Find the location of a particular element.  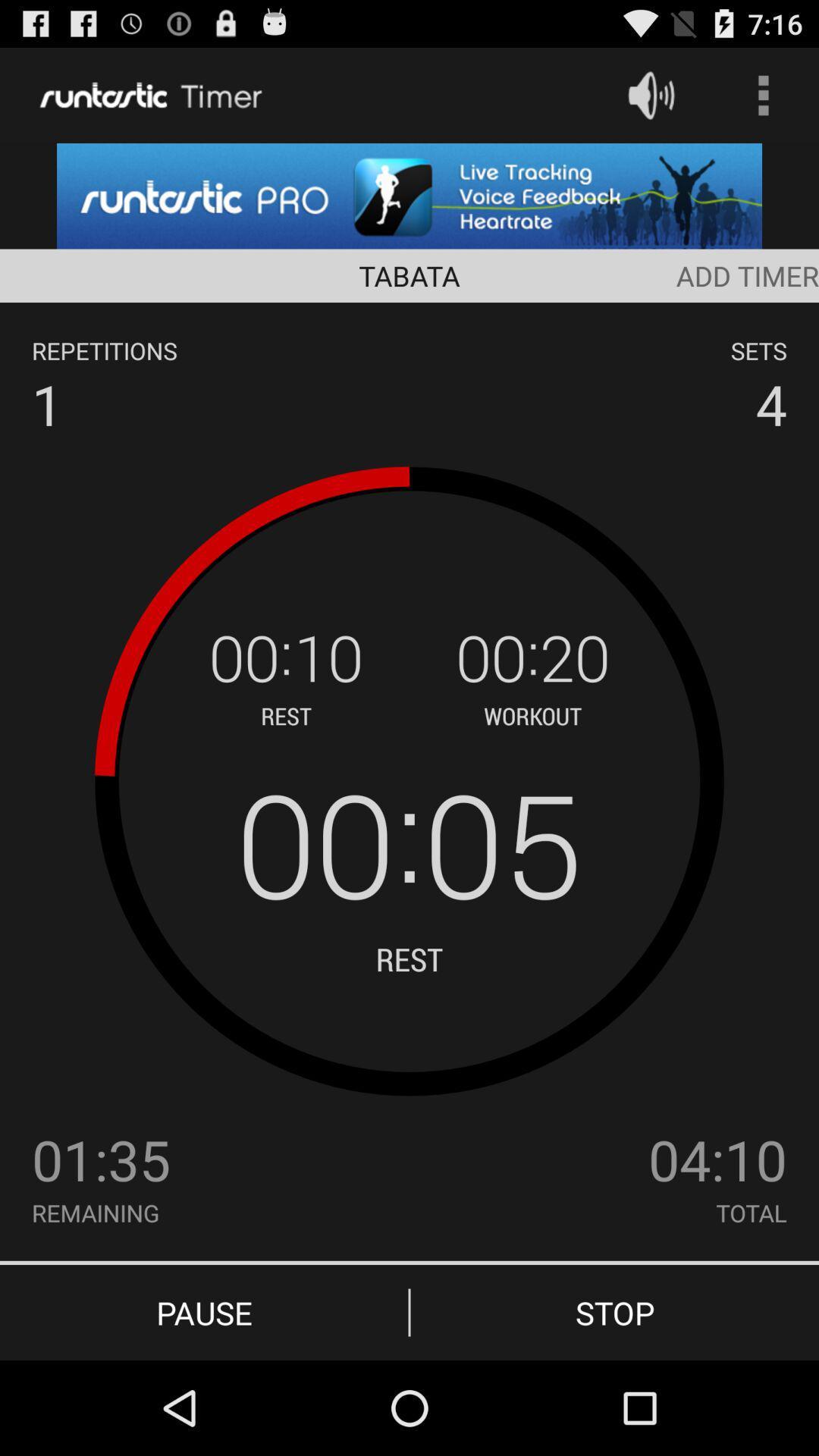

app above tabata app is located at coordinates (409, 195).